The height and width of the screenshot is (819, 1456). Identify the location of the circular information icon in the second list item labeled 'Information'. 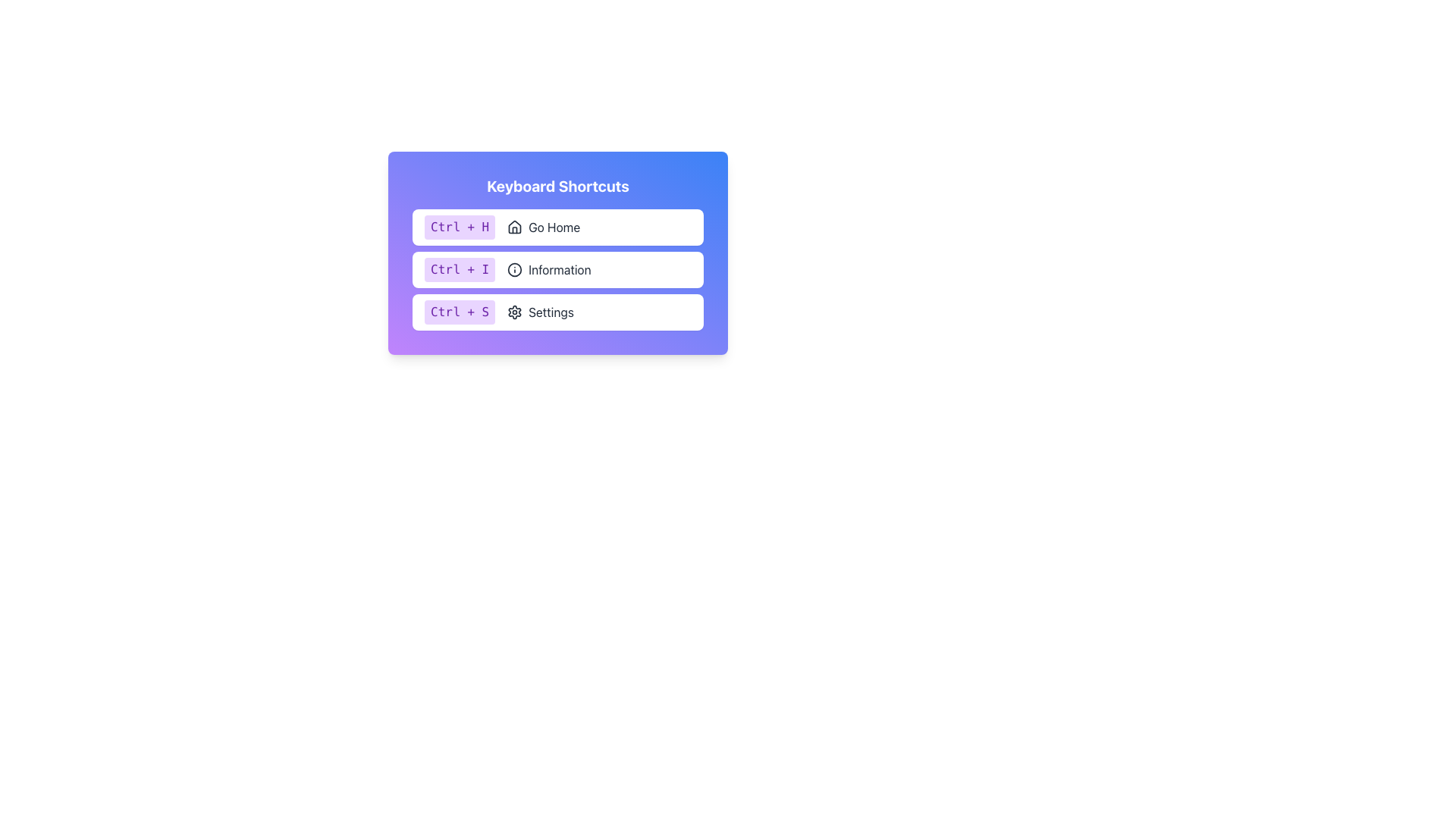
(557, 268).